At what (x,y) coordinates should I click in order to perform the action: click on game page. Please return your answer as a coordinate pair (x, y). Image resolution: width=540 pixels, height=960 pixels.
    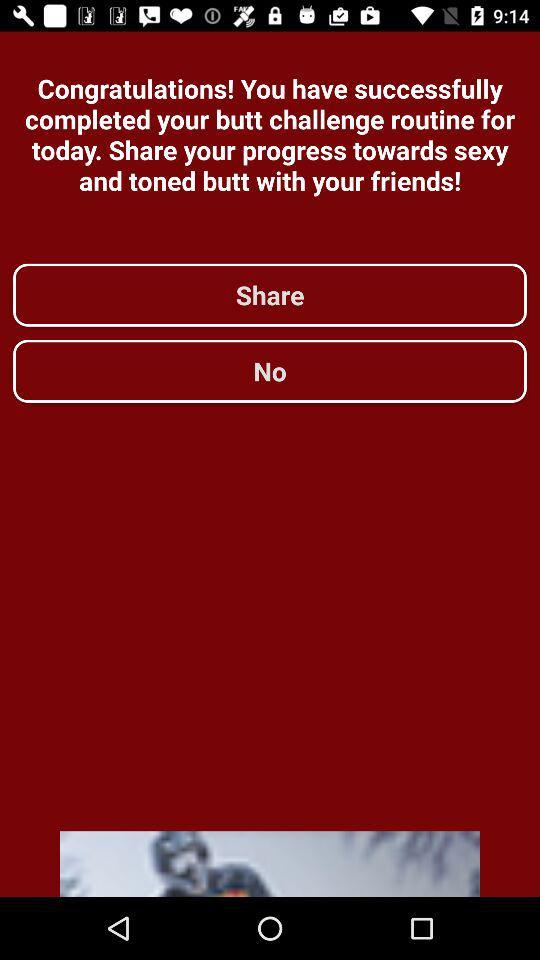
    Looking at the image, I should click on (270, 863).